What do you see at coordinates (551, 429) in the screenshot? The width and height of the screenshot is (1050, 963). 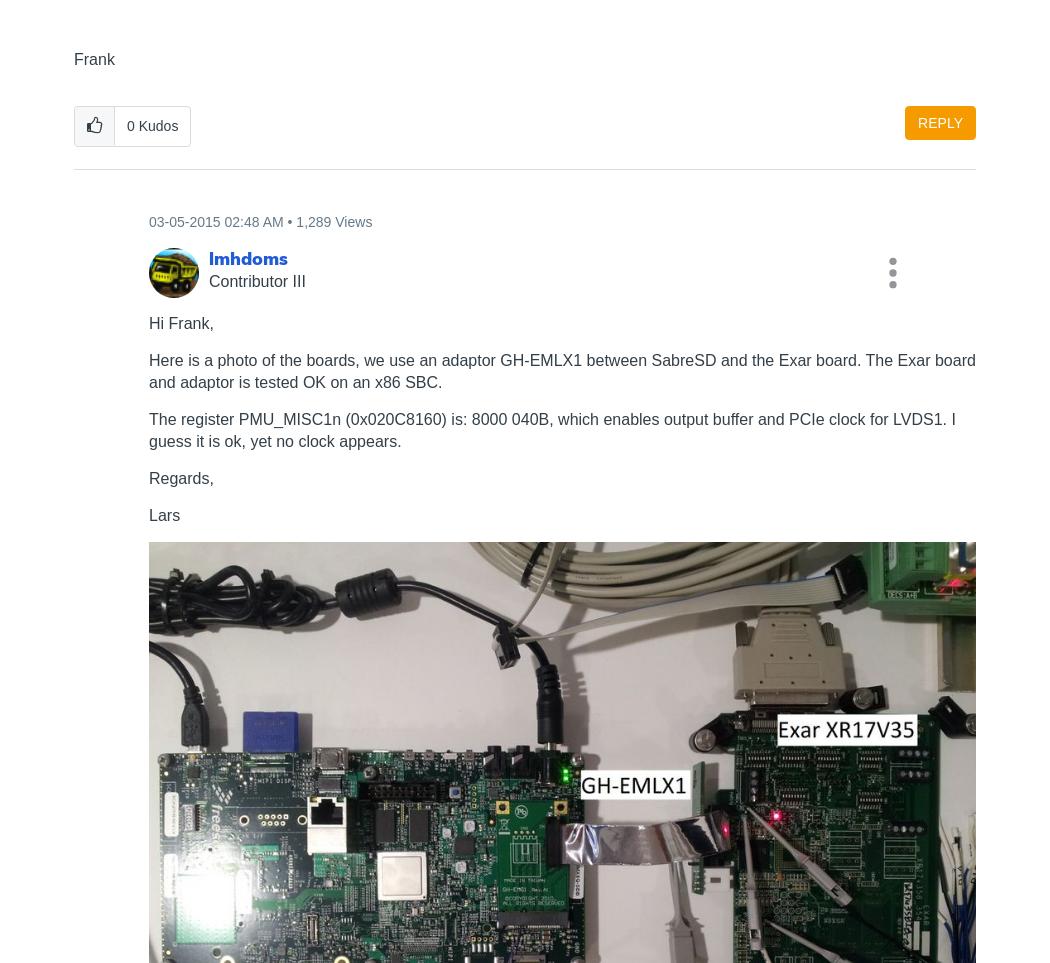 I see `'The register PMU_MISC1n (0x020C8160) is: 8000 040B, which enables output buffer and PCIe clock for LVDS1. I guess it is ok, yet no clock appears.'` at bounding box center [551, 429].